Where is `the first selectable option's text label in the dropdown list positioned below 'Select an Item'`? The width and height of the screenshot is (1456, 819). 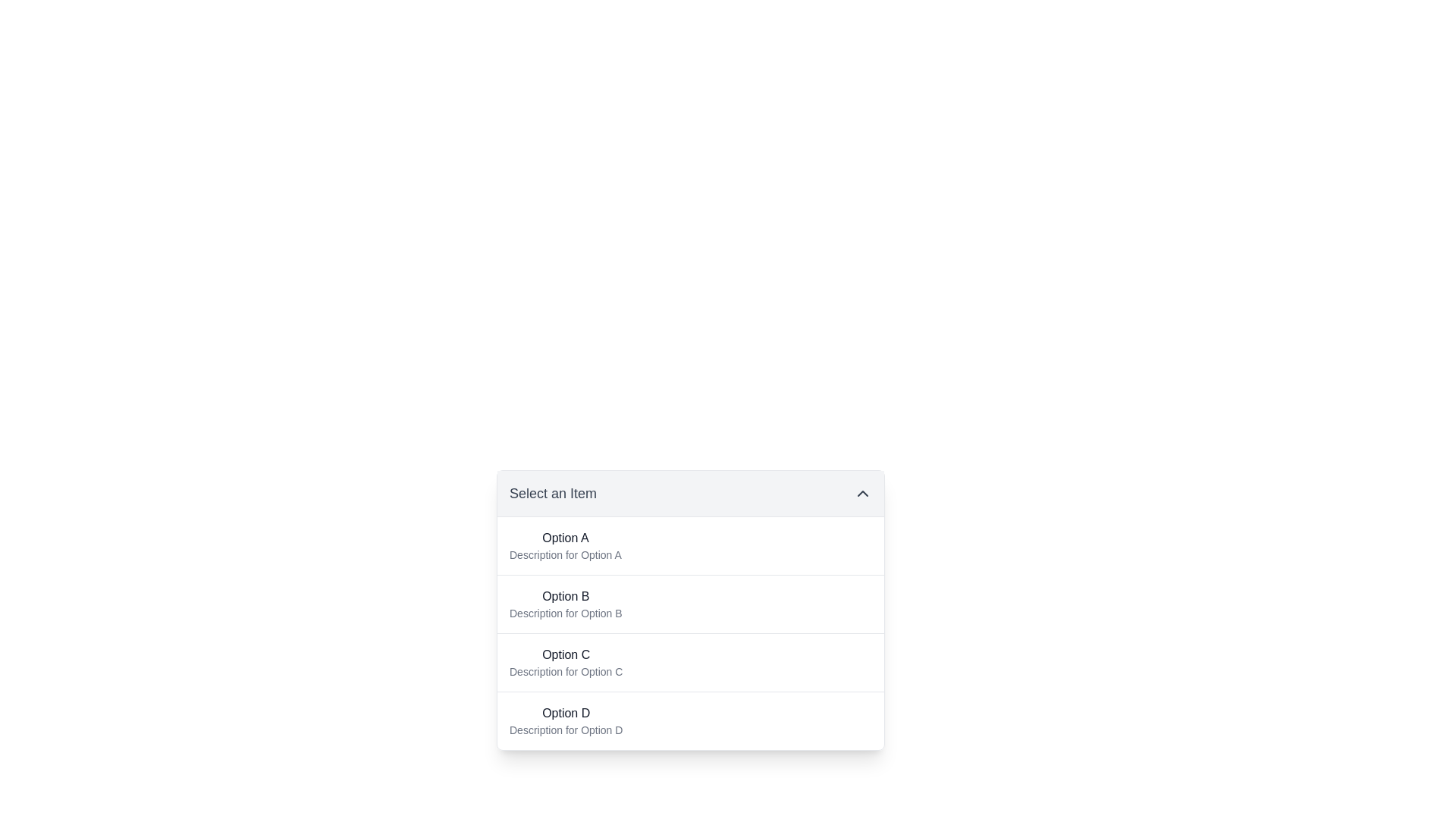 the first selectable option's text label in the dropdown list positioned below 'Select an Item' is located at coordinates (564, 537).